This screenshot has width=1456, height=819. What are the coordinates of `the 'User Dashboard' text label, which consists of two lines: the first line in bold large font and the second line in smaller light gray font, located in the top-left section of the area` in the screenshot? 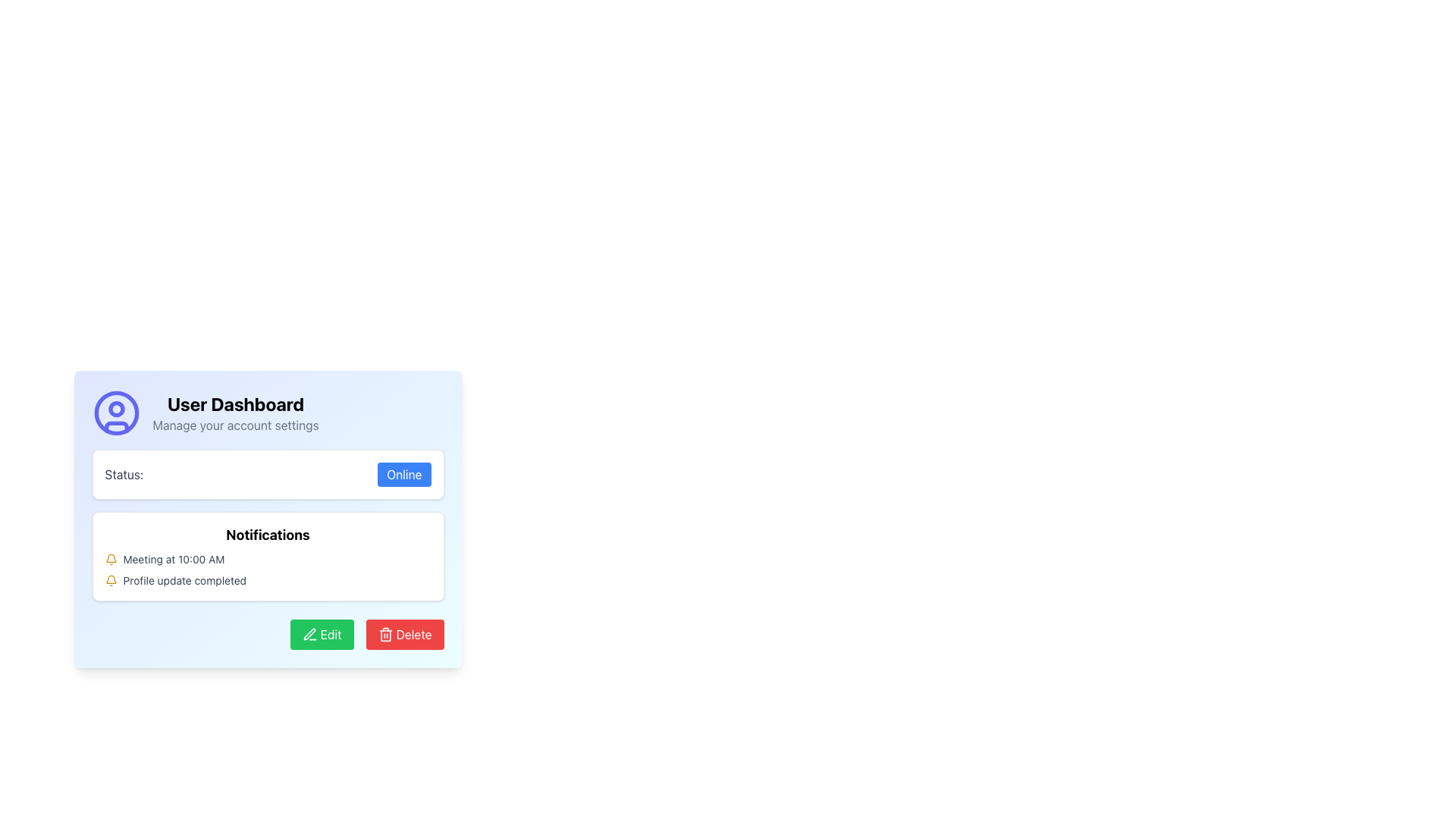 It's located at (235, 413).